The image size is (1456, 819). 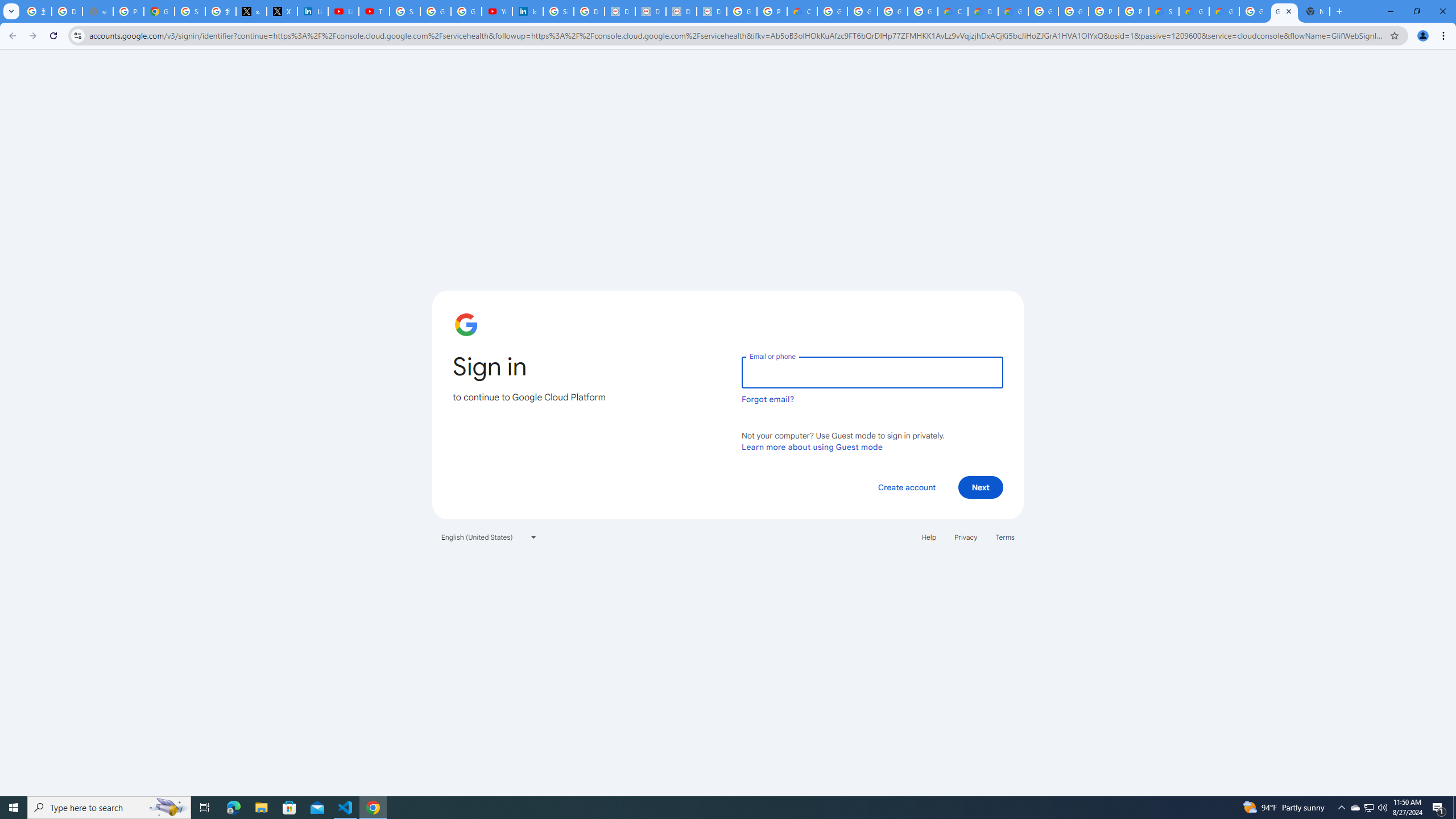 I want to click on 'X', so click(x=282, y=11).